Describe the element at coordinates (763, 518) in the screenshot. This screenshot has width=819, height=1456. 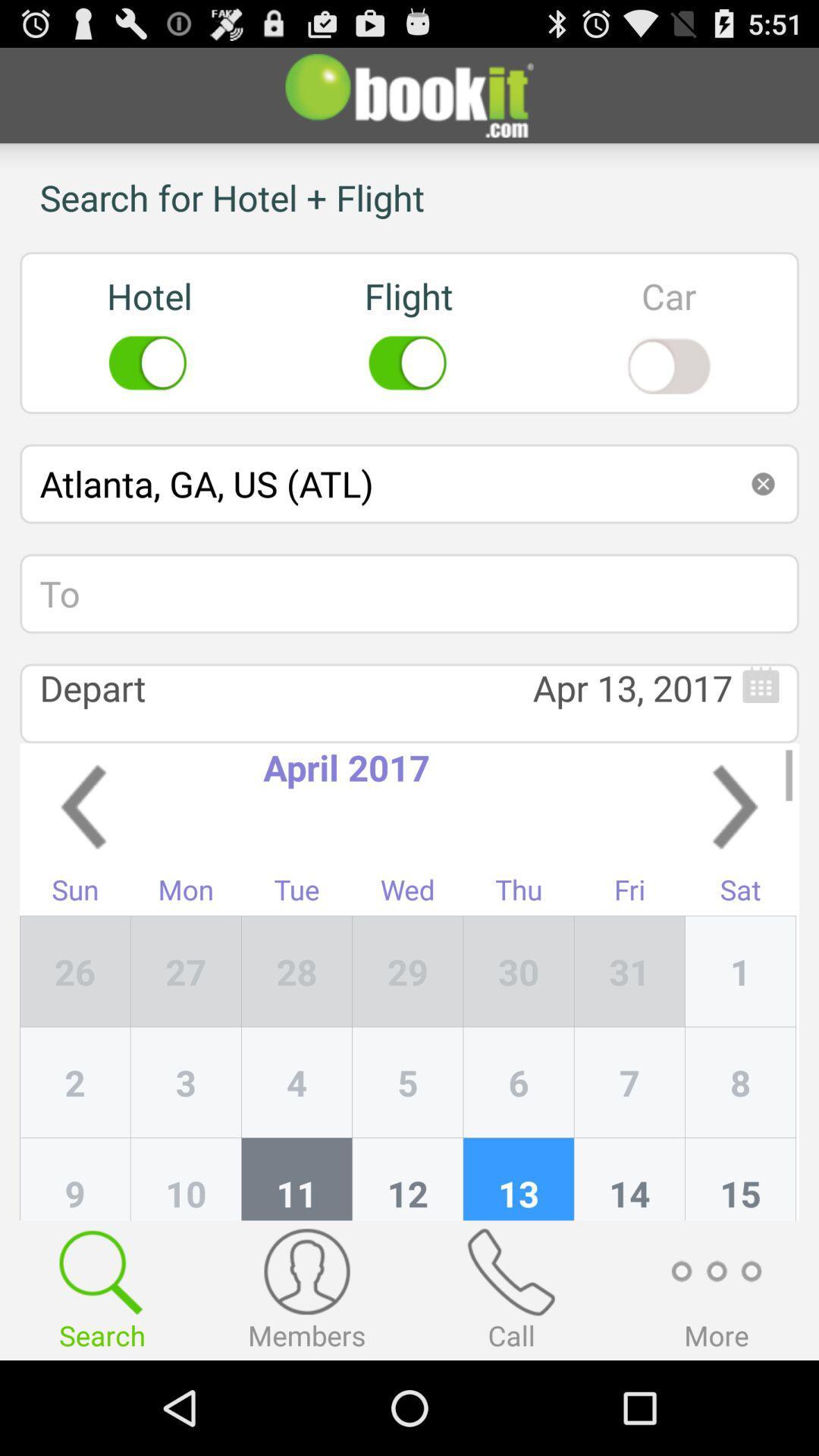
I see `the close icon` at that location.